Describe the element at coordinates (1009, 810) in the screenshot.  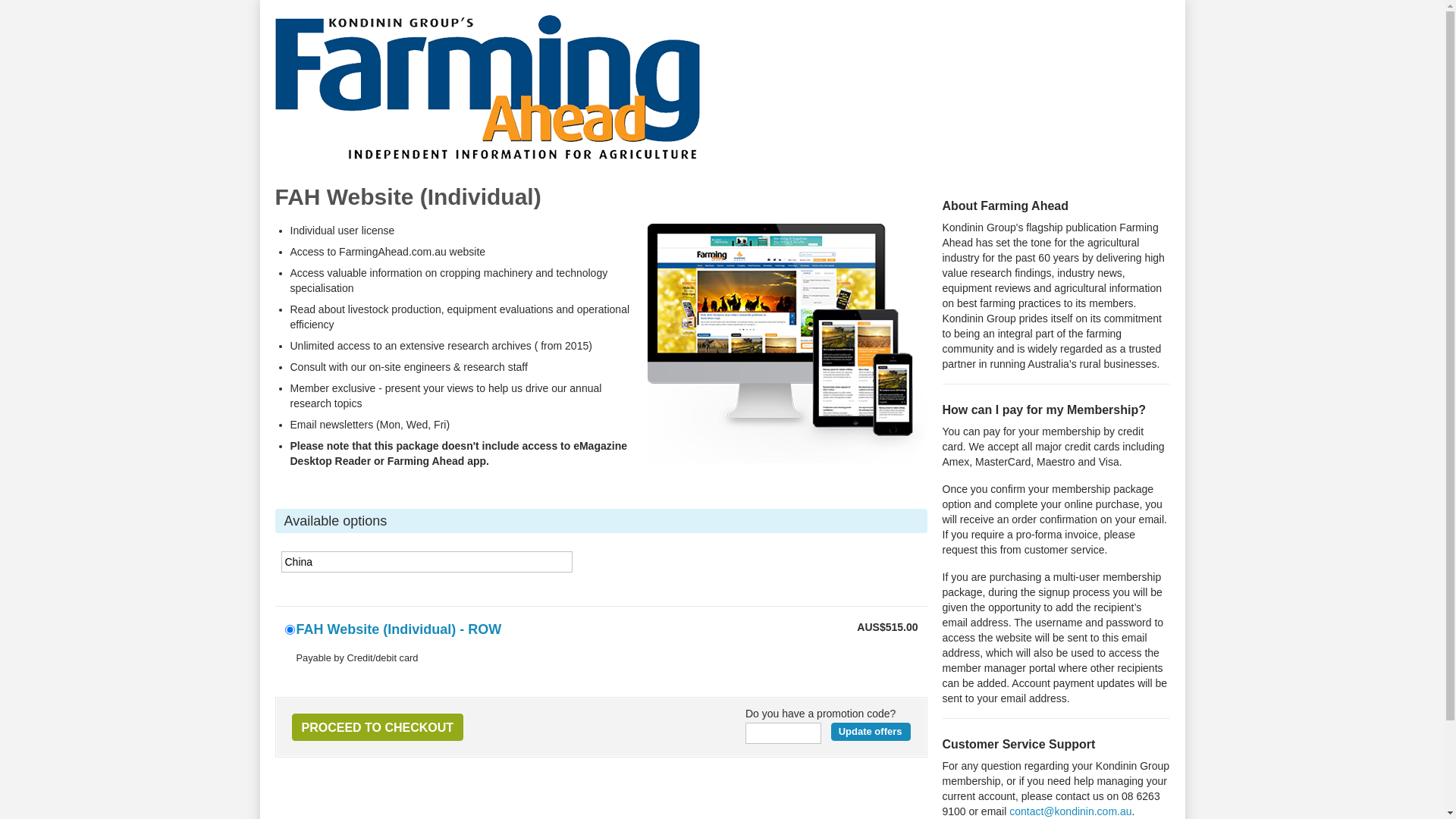
I see `'contact@kondinin.com.au'` at that location.